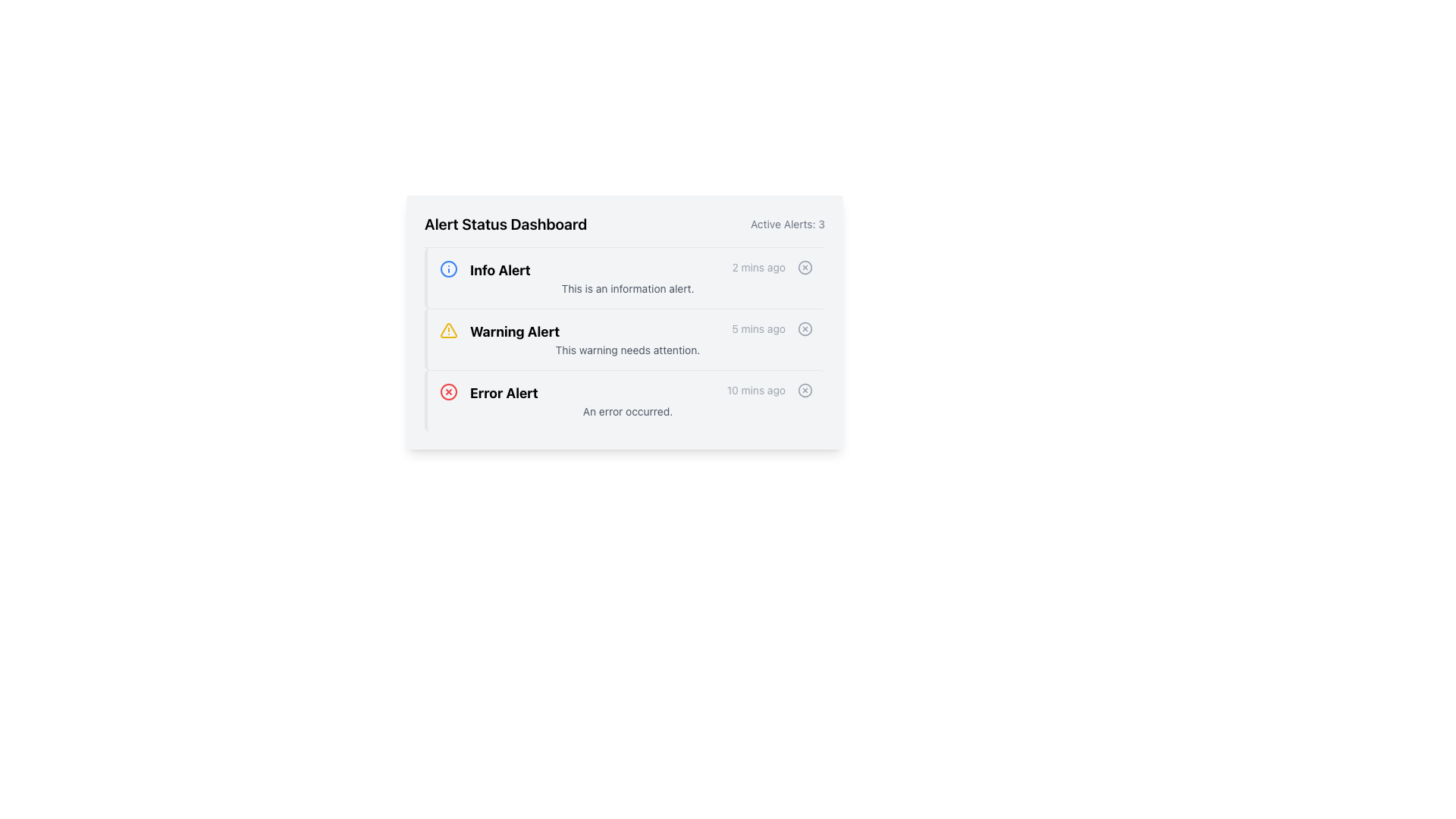 The height and width of the screenshot is (819, 1456). I want to click on the circular dismiss button with an 'X' mark inside it, located on the right side of the 'Warning Alert' row, so click(804, 328).